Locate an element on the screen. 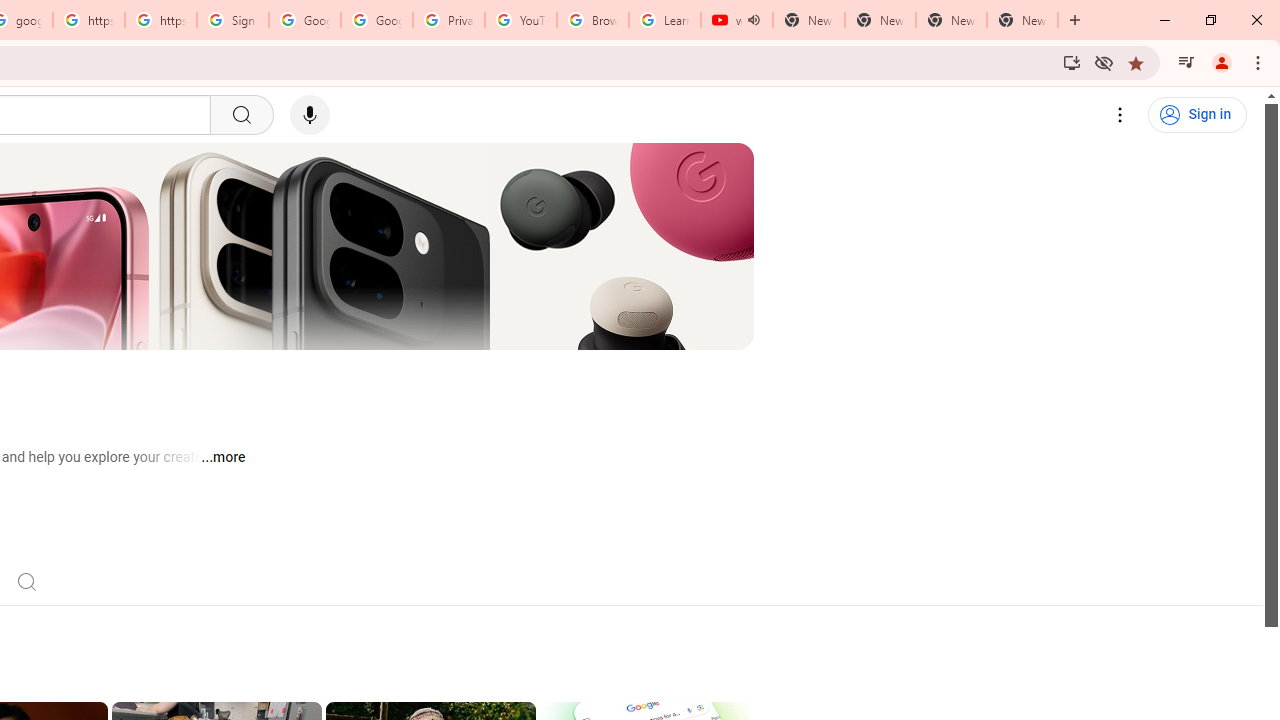  'Bookmark this tab' is located at coordinates (1136, 61).